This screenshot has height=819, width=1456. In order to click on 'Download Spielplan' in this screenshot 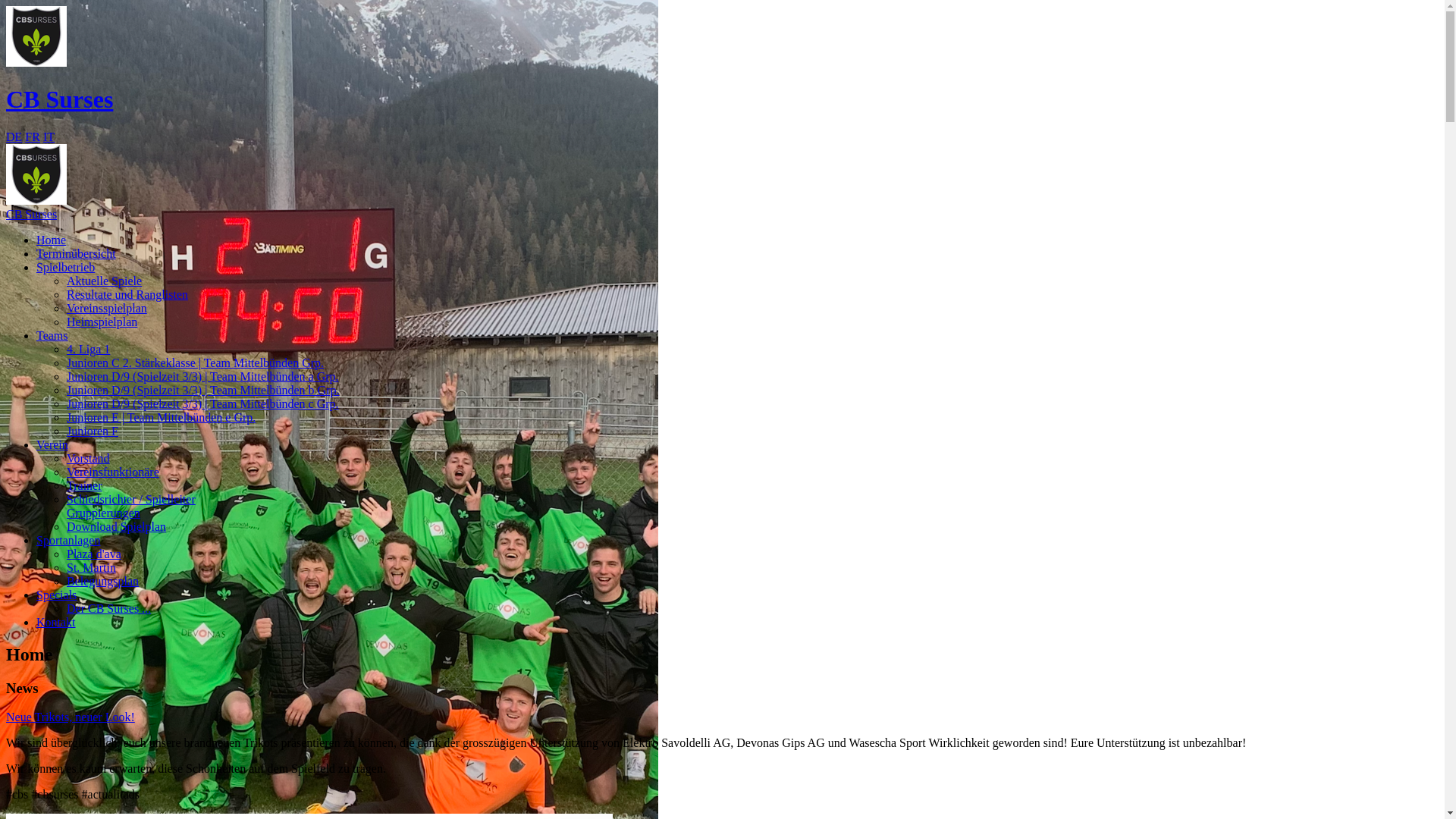, I will do `click(115, 526)`.